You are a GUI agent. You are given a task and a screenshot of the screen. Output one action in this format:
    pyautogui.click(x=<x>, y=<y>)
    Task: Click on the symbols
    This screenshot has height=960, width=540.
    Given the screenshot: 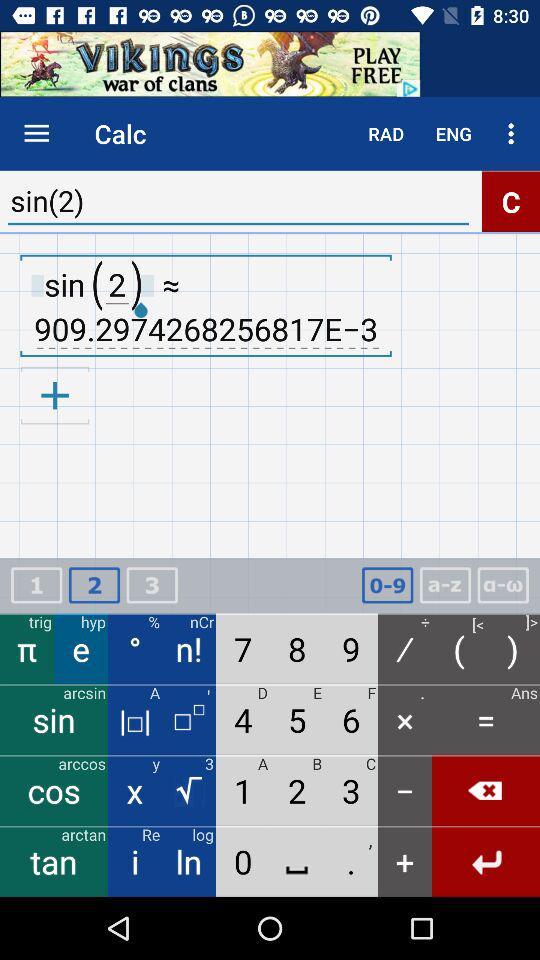 What is the action you would take?
    pyautogui.click(x=502, y=585)
    